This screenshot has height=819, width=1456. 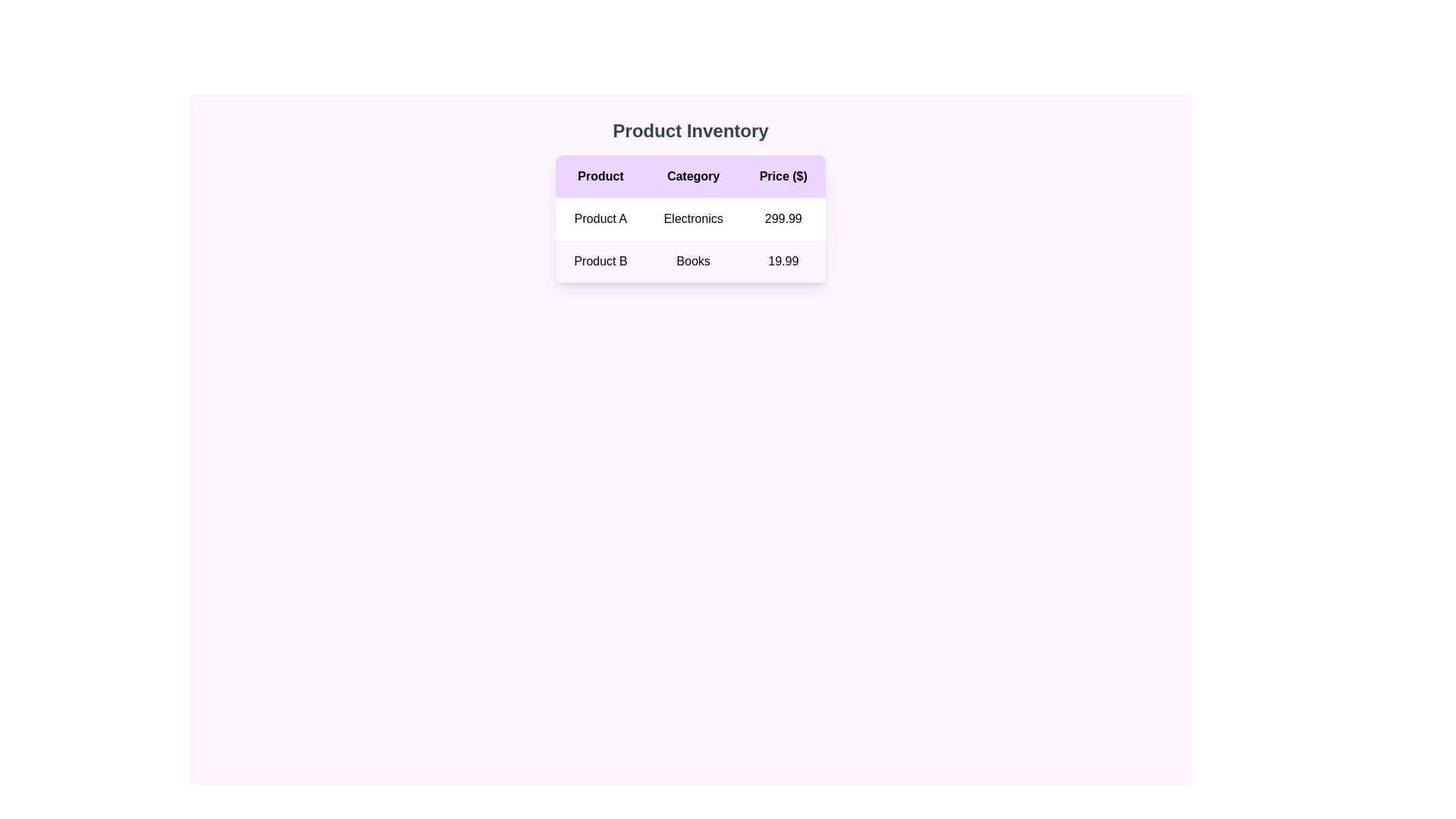 I want to click on the first row of the table displaying product information, which includes 'Product A', 'Electronics', and '299.99', so click(x=690, y=239).